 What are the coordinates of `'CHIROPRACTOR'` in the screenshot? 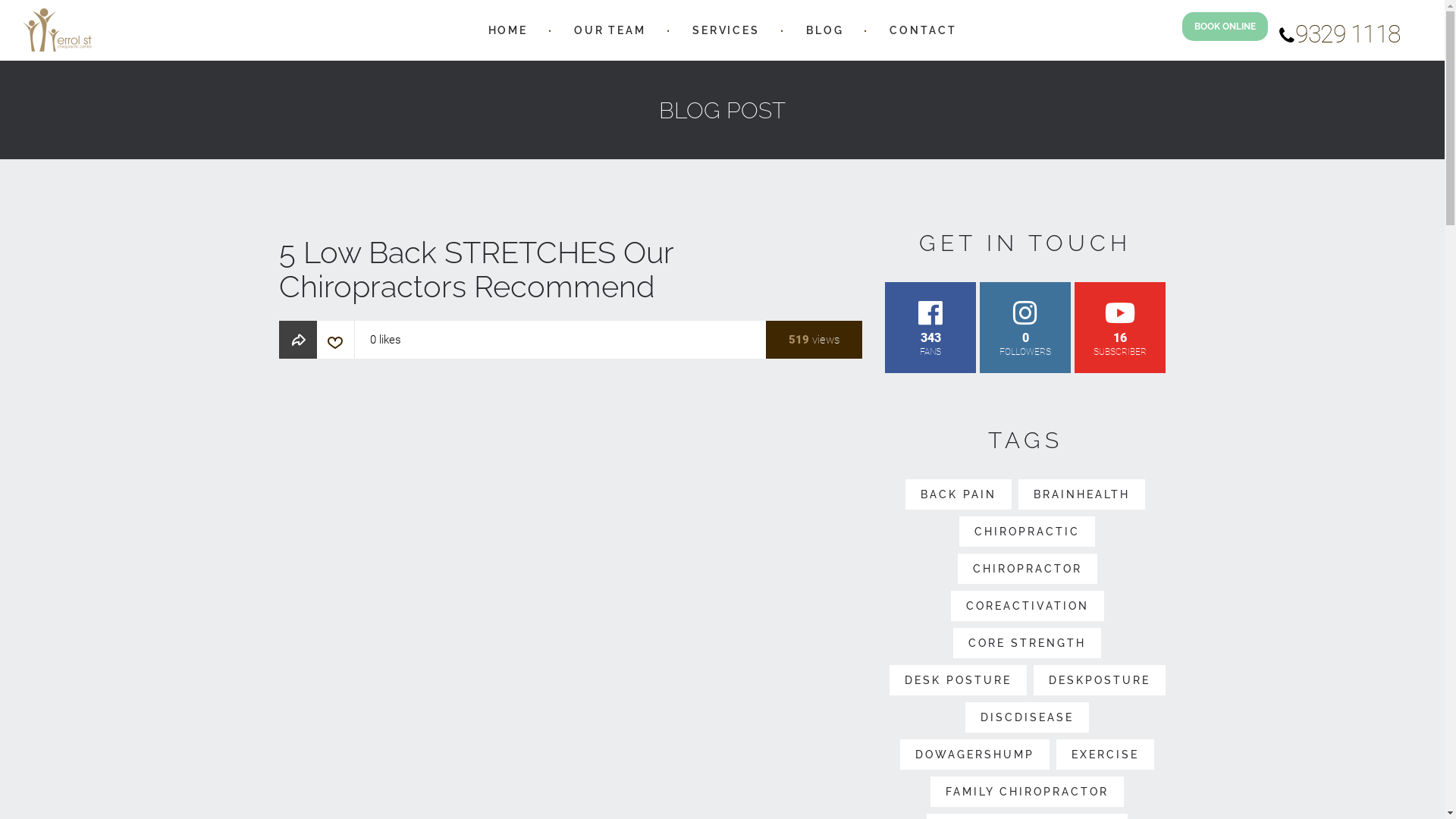 It's located at (1027, 568).